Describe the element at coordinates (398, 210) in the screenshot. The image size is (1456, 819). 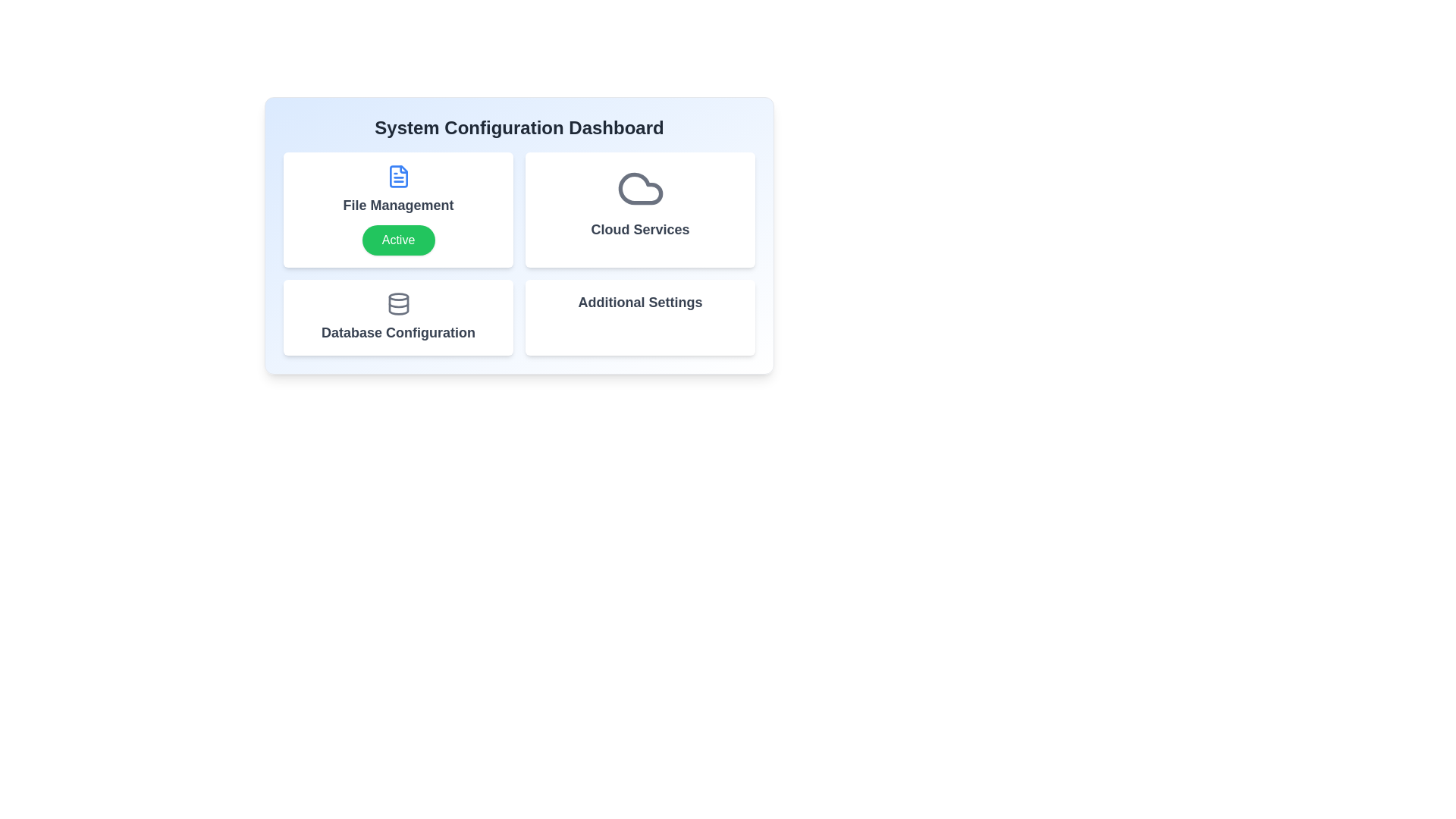
I see `the 'Active' labeled Card Component in the top-left segment of the grid layout, which is positioned left of the 'Cloud Services' card and above the 'Database Configuration' card` at that location.